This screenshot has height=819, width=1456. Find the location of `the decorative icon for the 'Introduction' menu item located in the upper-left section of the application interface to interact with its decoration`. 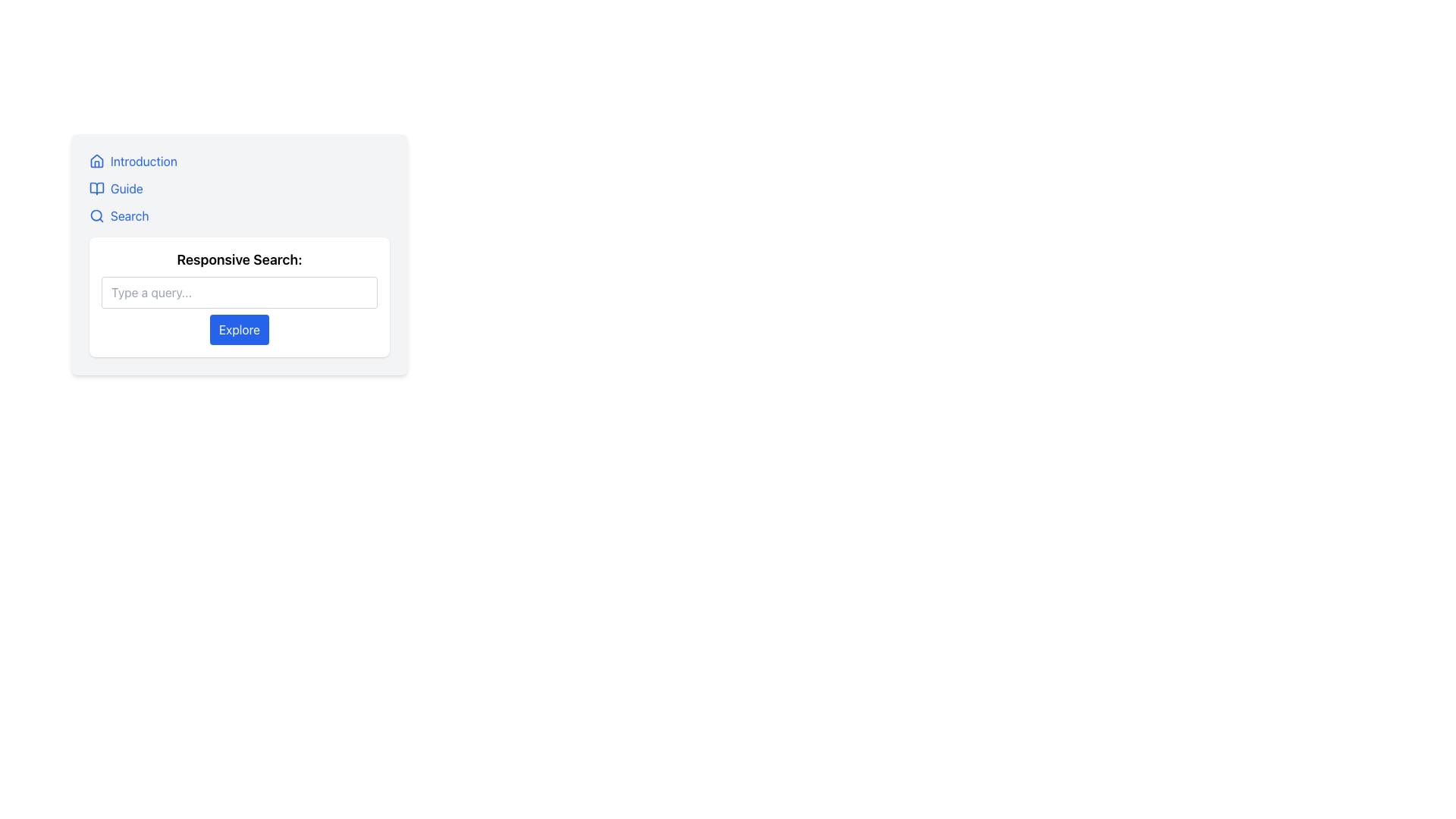

the decorative icon for the 'Introduction' menu item located in the upper-left section of the application interface to interact with its decoration is located at coordinates (96, 161).